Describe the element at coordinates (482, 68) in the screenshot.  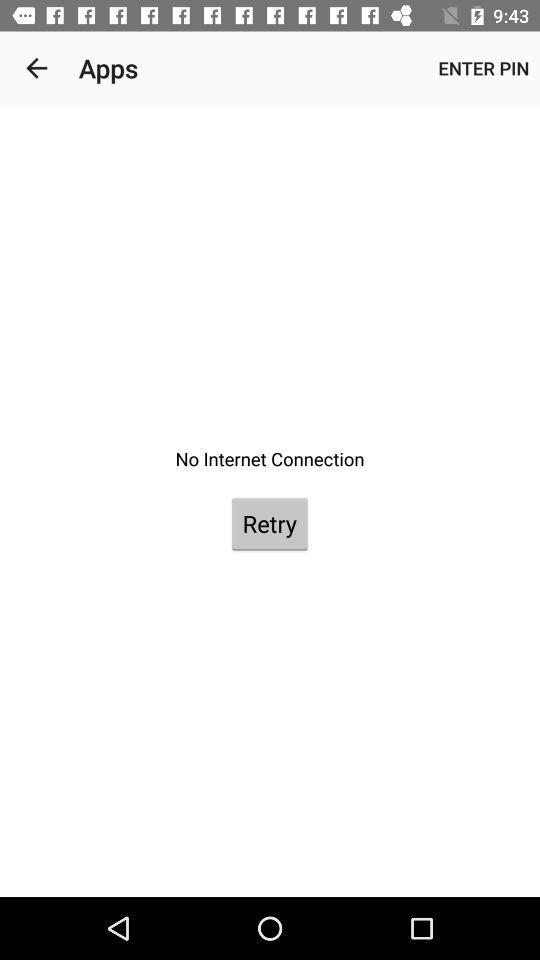
I see `enter pin at the top right corner` at that location.